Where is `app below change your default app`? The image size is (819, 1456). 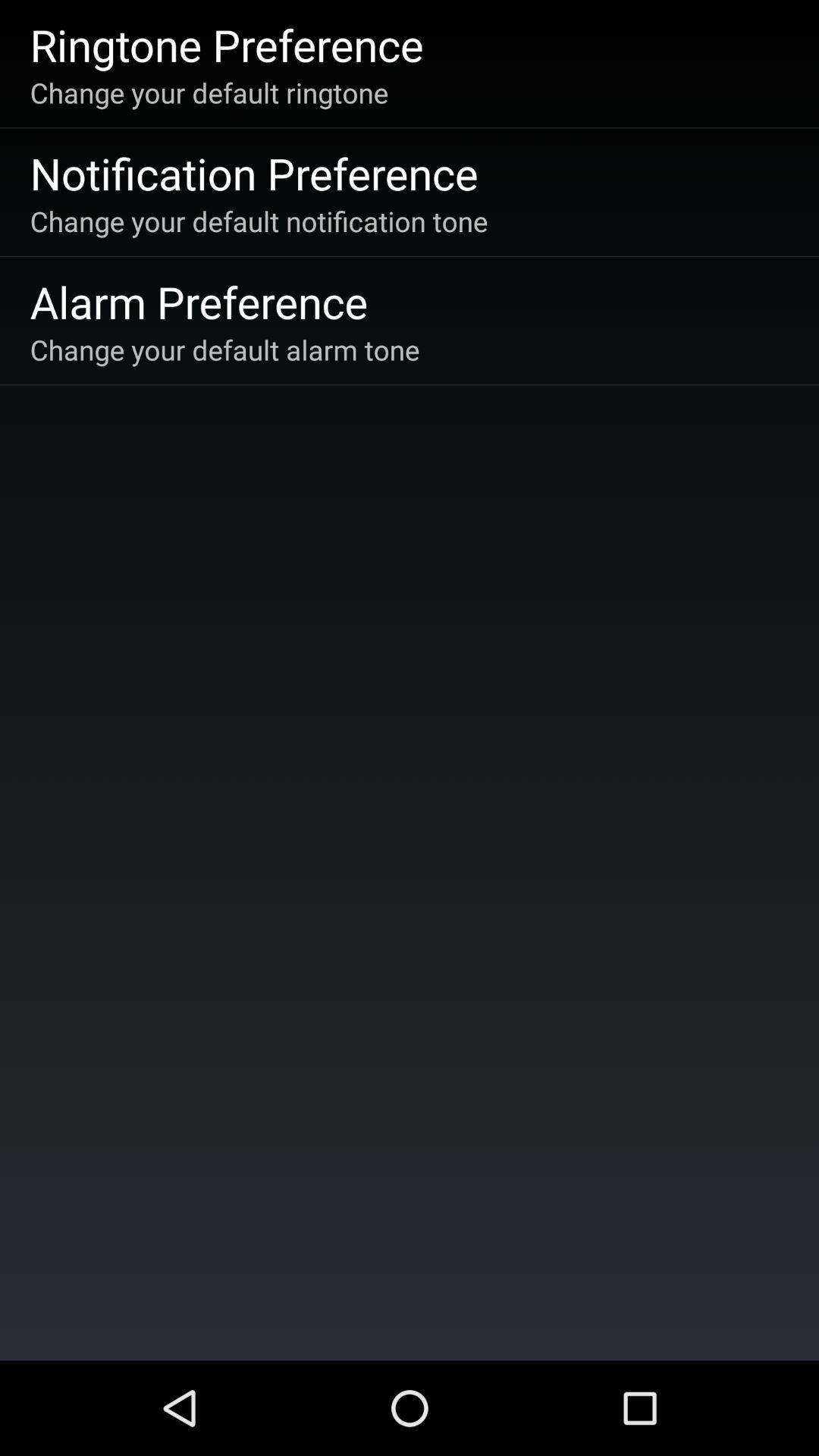 app below change your default app is located at coordinates (253, 173).